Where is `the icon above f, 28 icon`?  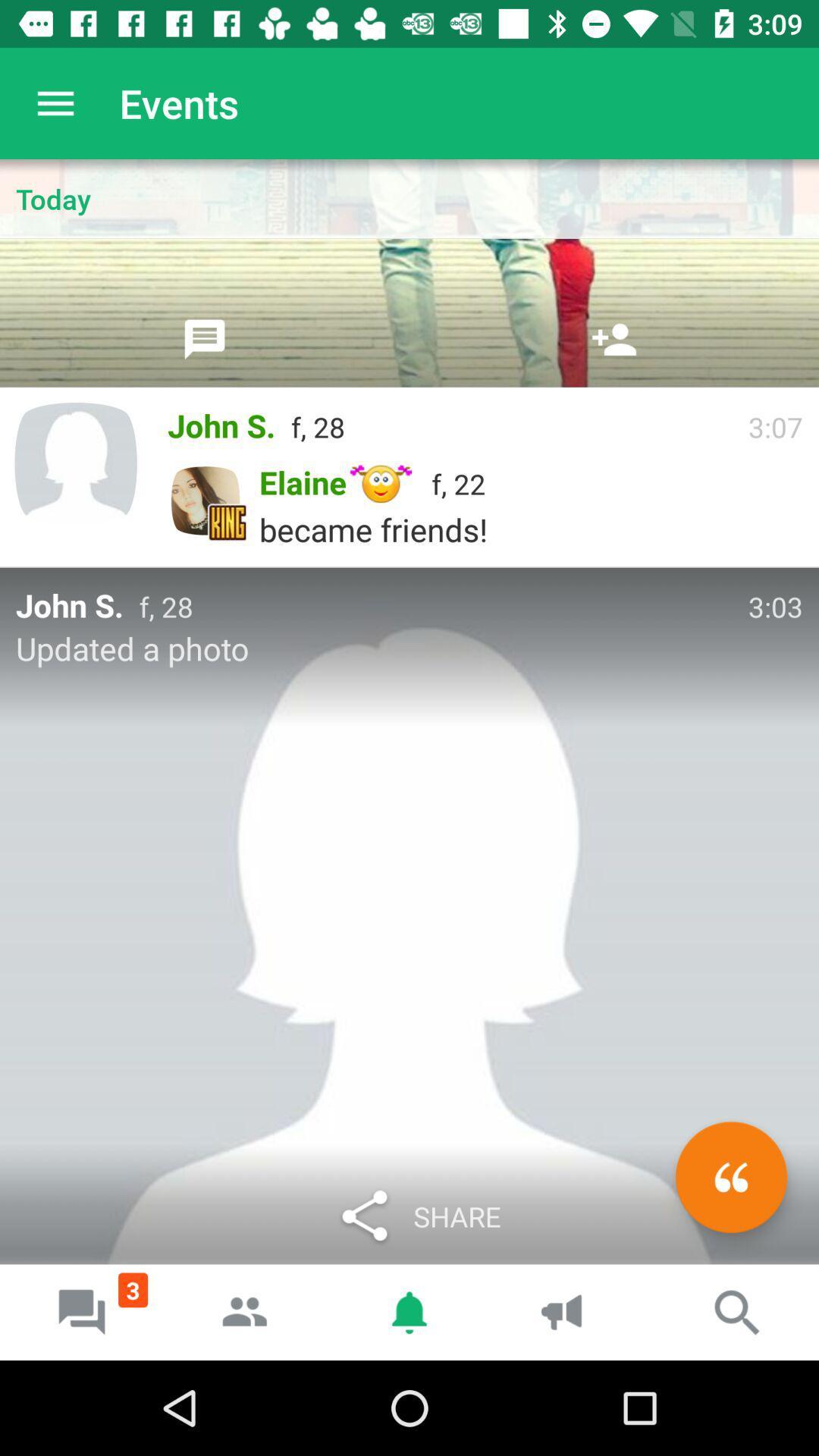
the icon above f, 28 icon is located at coordinates (614, 338).